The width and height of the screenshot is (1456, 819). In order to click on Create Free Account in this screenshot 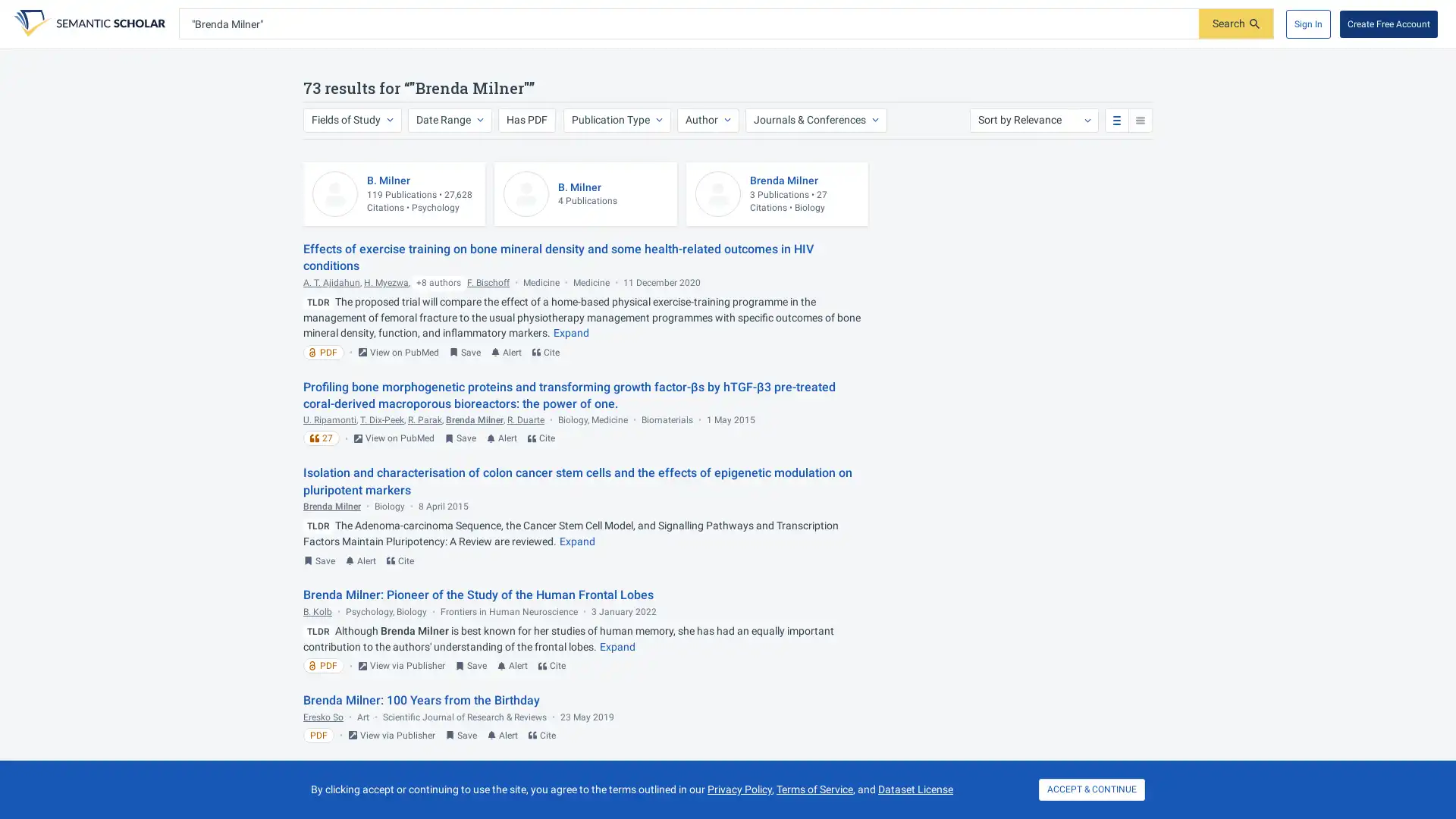, I will do `click(1389, 24)`.